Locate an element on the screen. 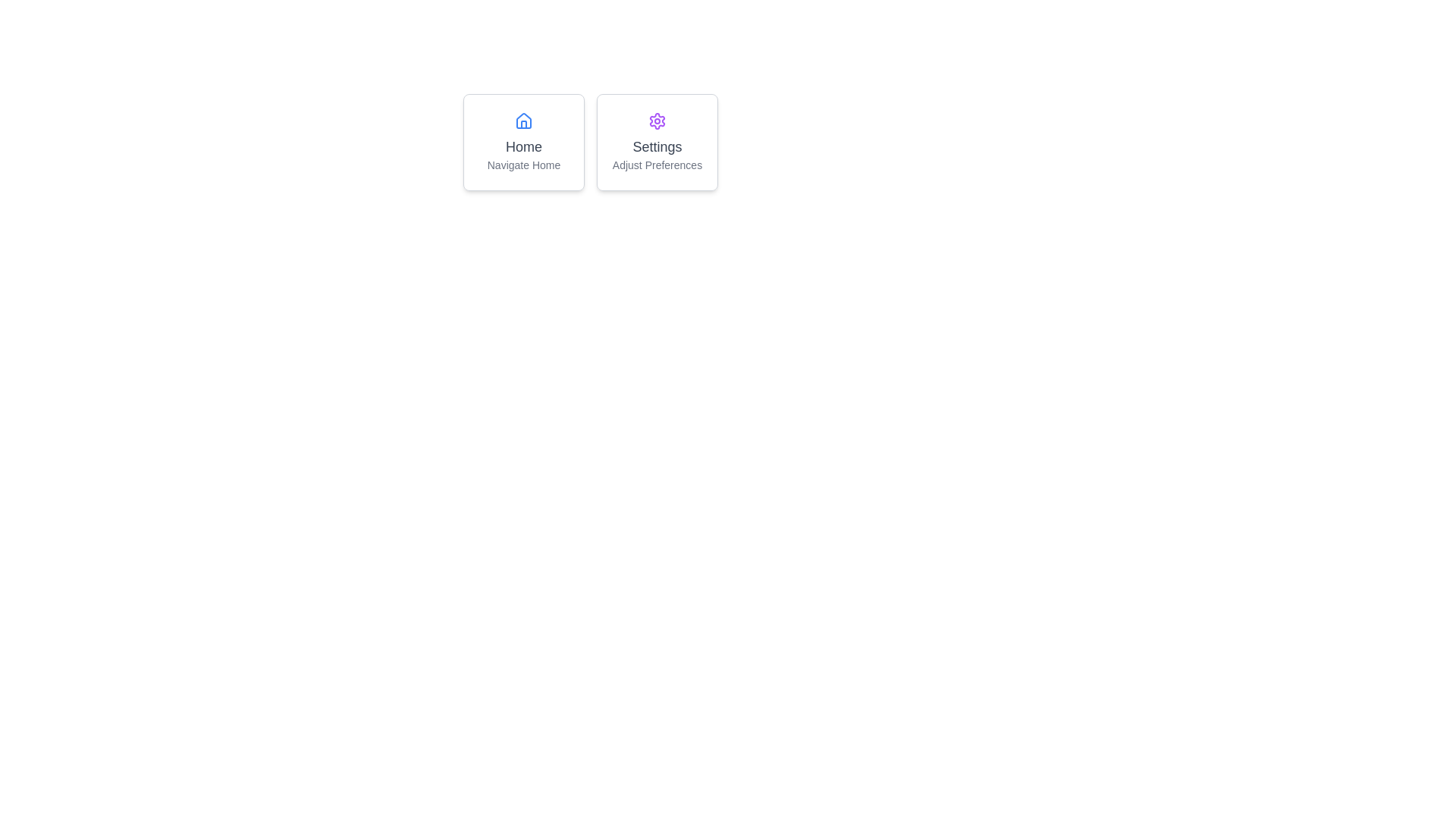  the 'Settings' text label, which is bold and gray, positioned at the top-middle section of its card element is located at coordinates (657, 146).